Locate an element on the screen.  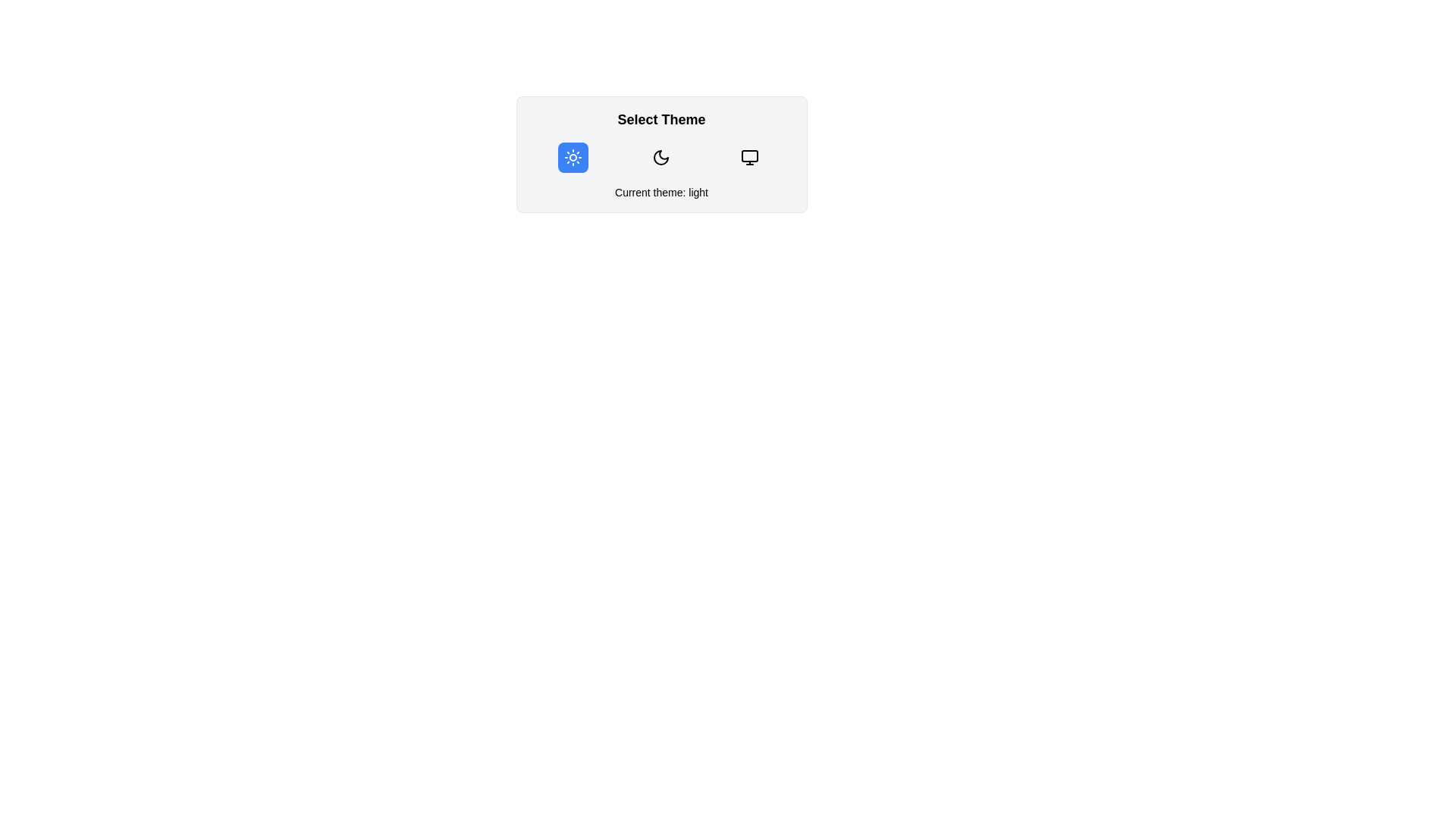
the crescent moon icon in the 'Select Theme' section is located at coordinates (661, 158).